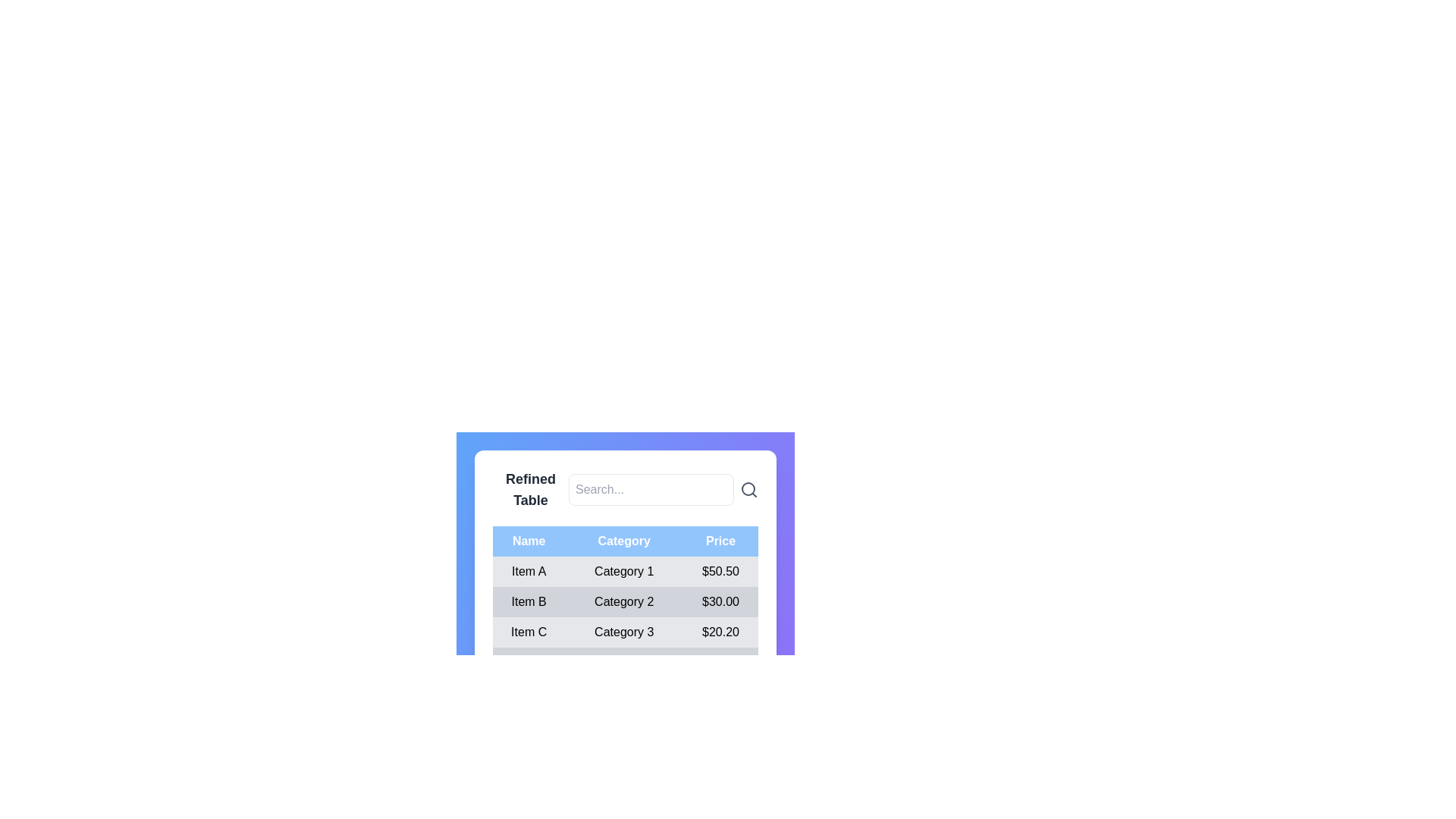 The image size is (1456, 819). I want to click on text displayed in the price label located in the third column of the first row of the table, under the header labeled 'Price', so click(720, 571).